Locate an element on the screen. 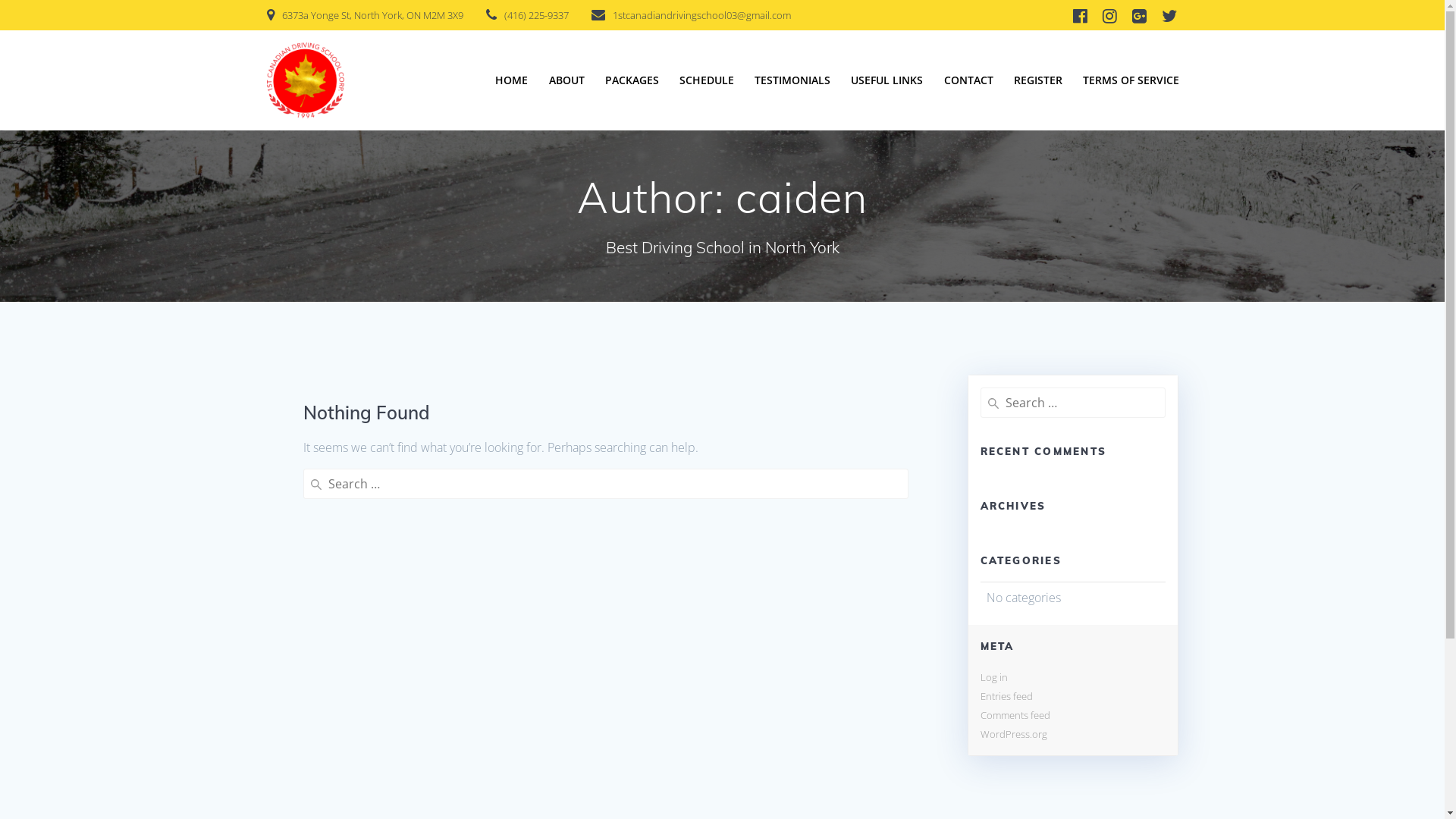 This screenshot has height=819, width=1456. 'REGISTER' is located at coordinates (1037, 80).